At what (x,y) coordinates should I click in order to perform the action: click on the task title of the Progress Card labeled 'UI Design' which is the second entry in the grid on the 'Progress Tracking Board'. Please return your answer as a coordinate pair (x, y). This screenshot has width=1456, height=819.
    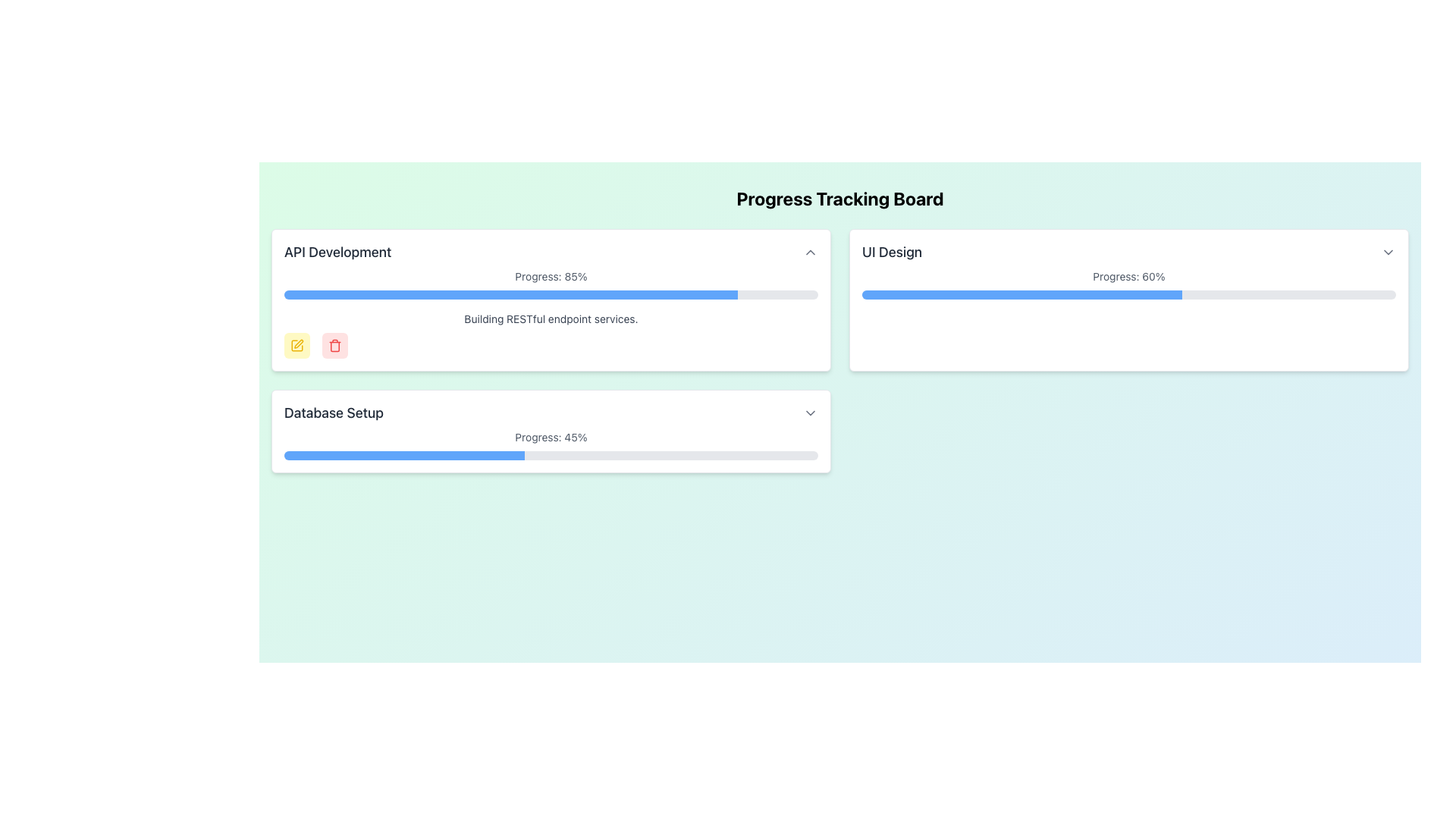
    Looking at the image, I should click on (1128, 300).